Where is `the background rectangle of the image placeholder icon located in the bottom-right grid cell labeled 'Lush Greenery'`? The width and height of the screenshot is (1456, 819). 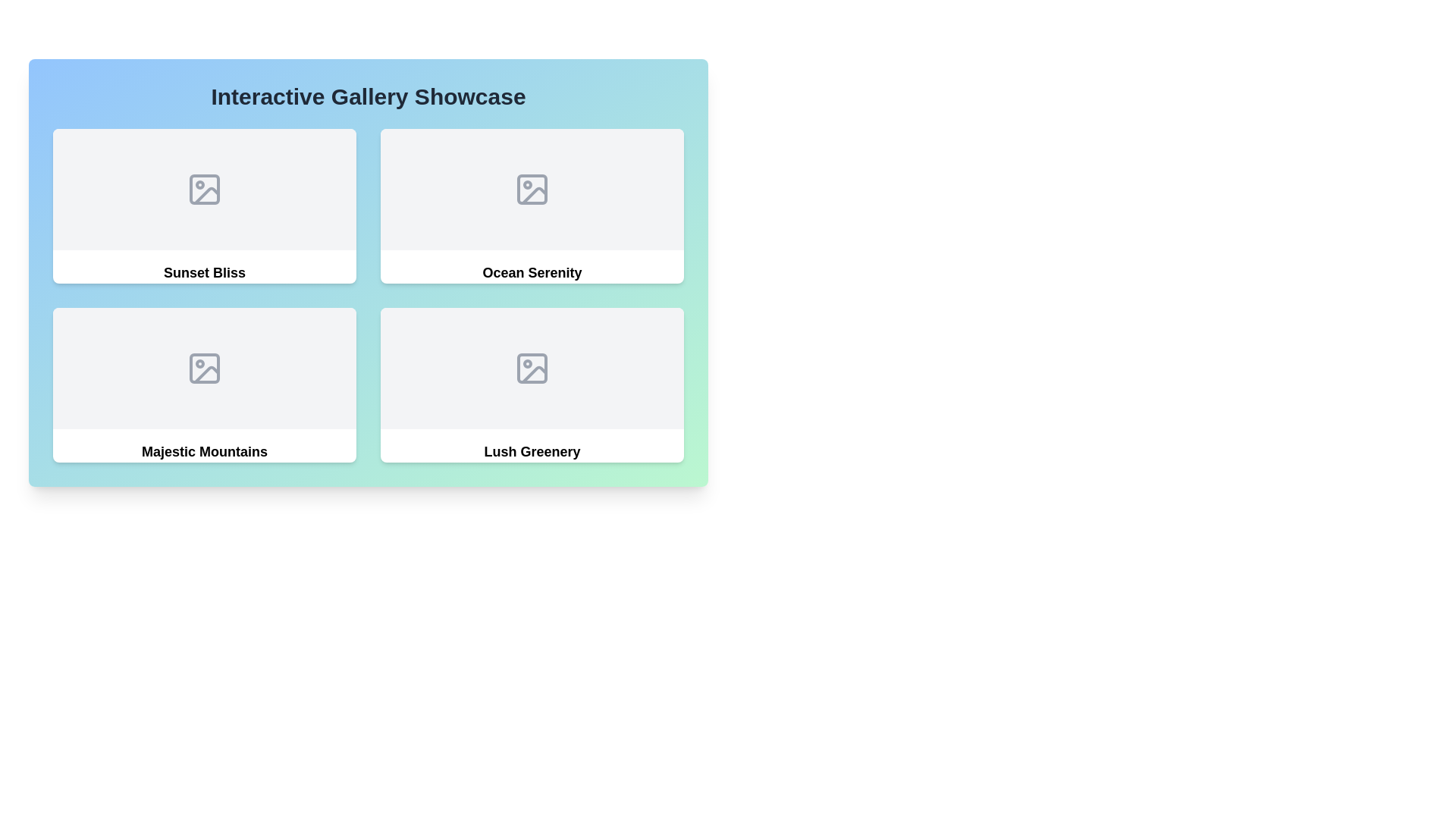 the background rectangle of the image placeholder icon located in the bottom-right grid cell labeled 'Lush Greenery' is located at coordinates (532, 369).